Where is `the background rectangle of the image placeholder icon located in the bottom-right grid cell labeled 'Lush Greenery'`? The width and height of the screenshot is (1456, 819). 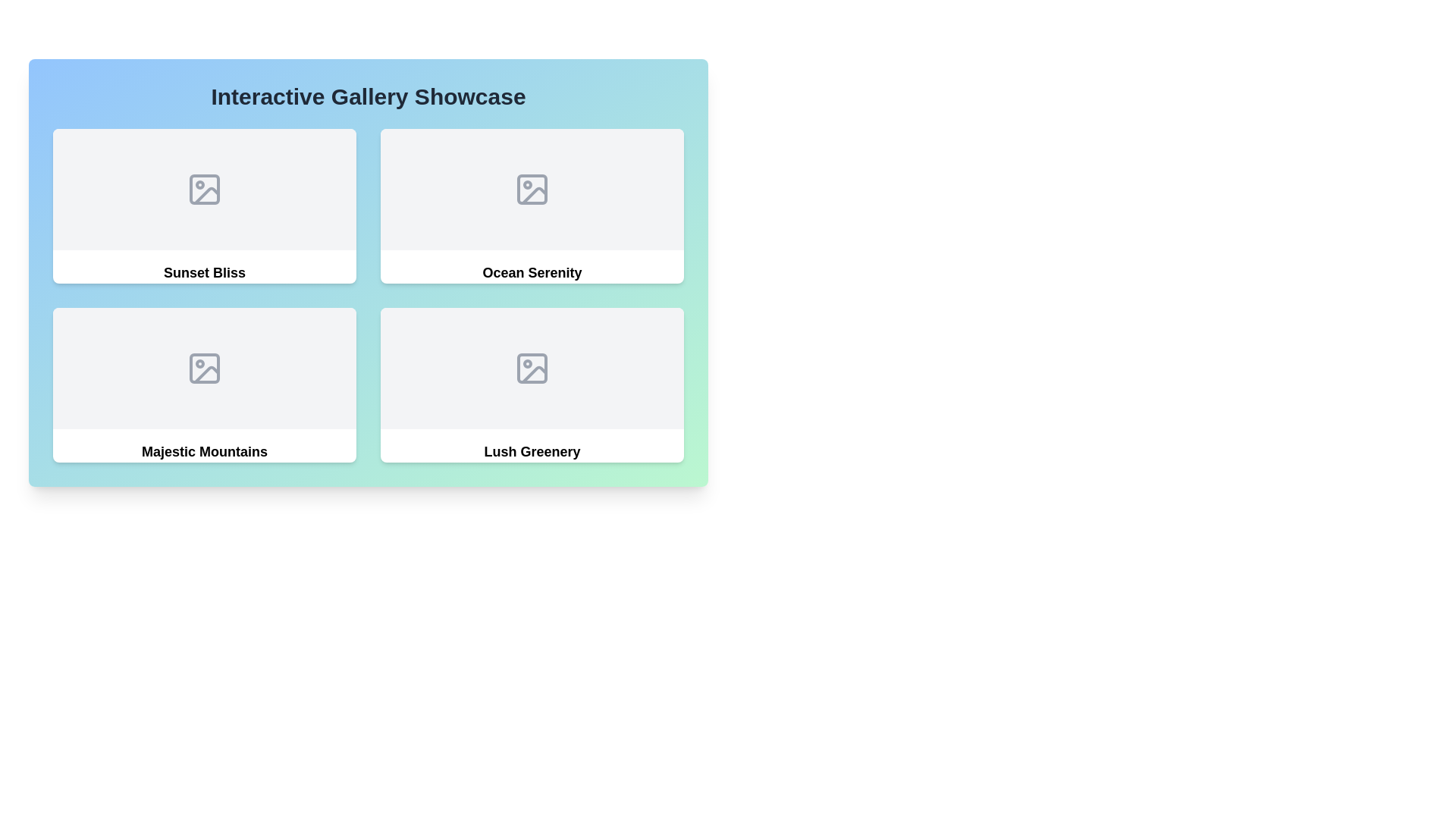 the background rectangle of the image placeholder icon located in the bottom-right grid cell labeled 'Lush Greenery' is located at coordinates (532, 369).